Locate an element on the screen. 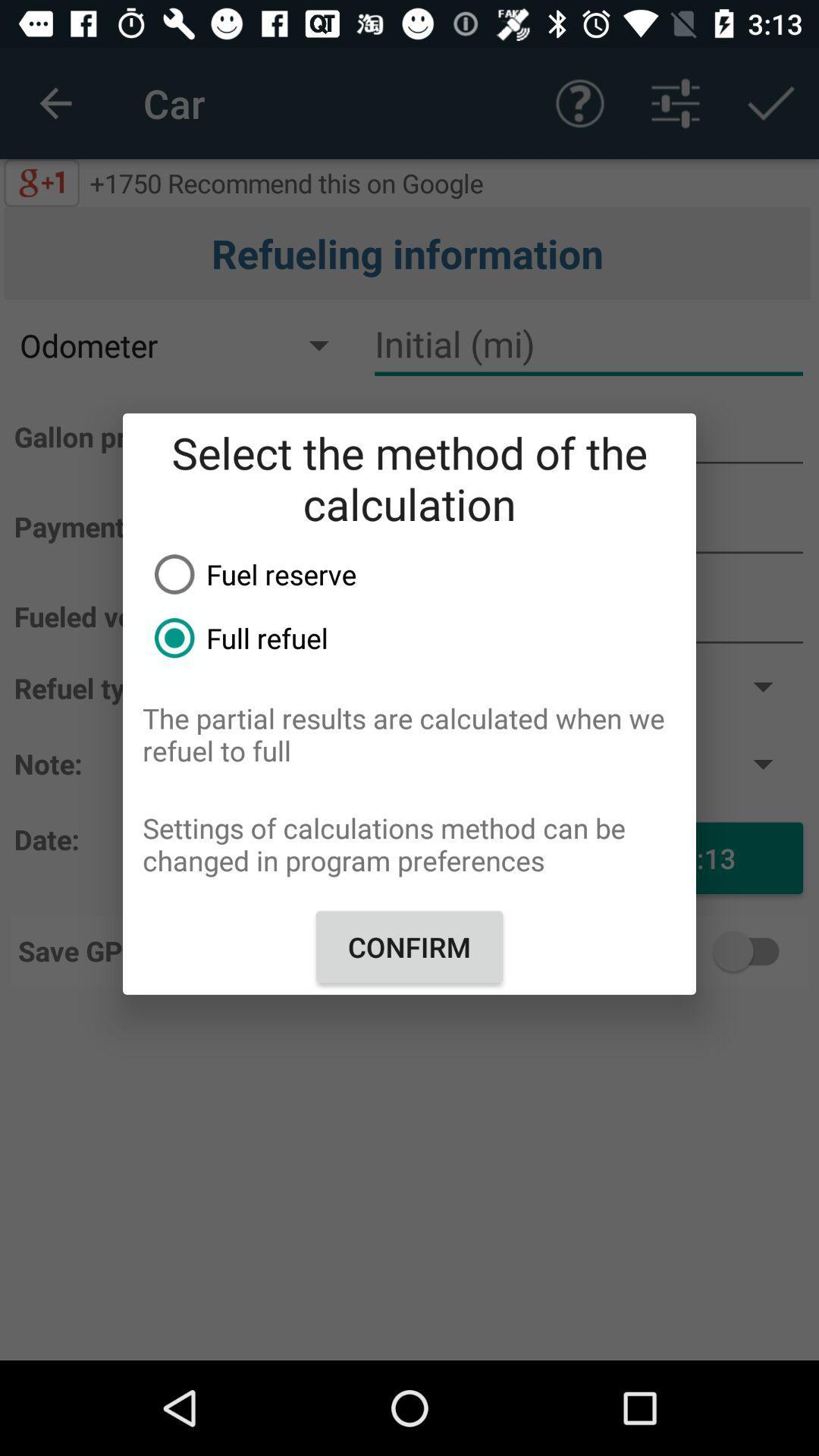 The image size is (819, 1456). the item below the settings of calculations item is located at coordinates (409, 946).